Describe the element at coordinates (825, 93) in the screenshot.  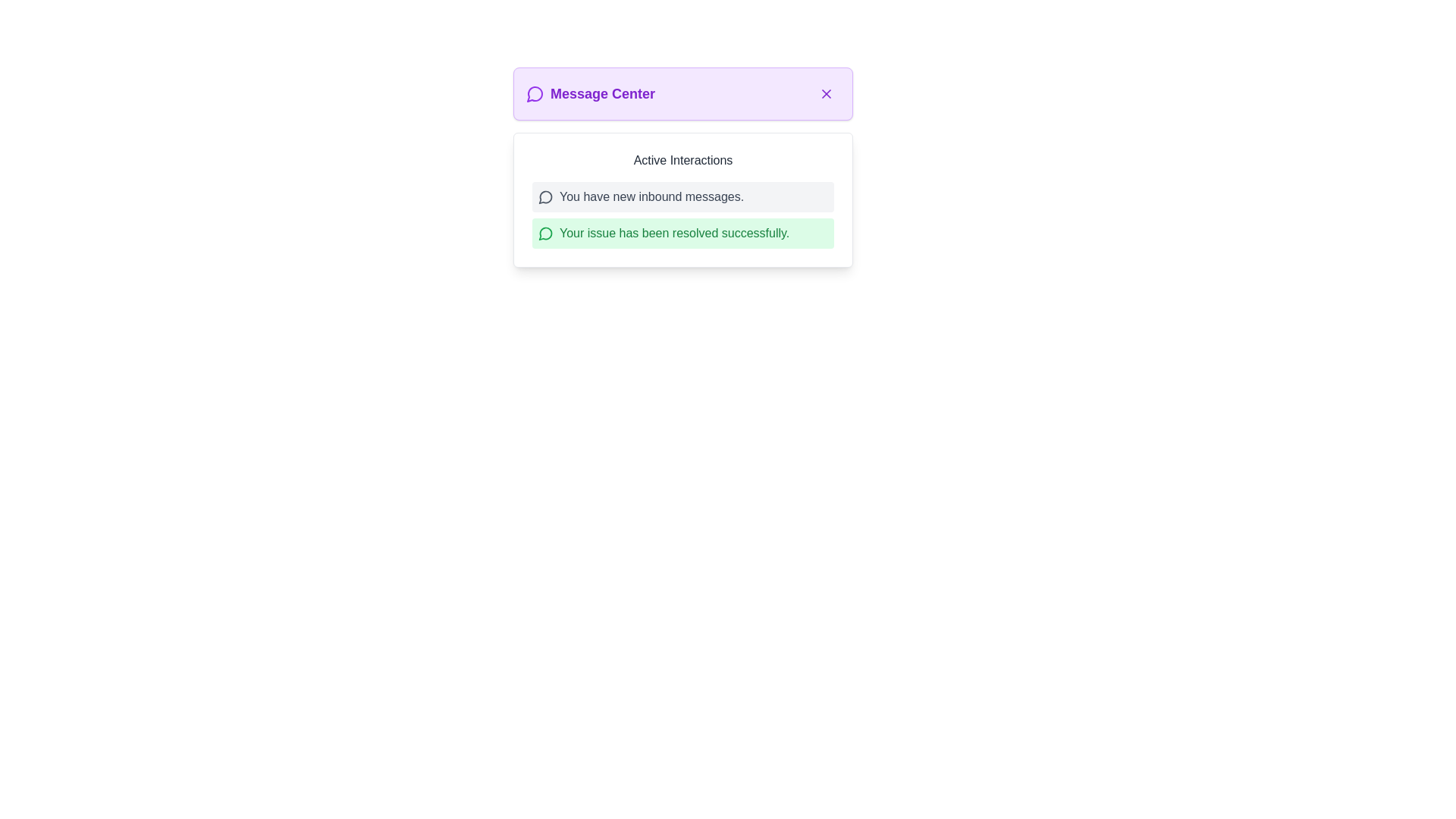
I see `the close button located at the top-right corner of the 'Message Center' dialog` at that location.